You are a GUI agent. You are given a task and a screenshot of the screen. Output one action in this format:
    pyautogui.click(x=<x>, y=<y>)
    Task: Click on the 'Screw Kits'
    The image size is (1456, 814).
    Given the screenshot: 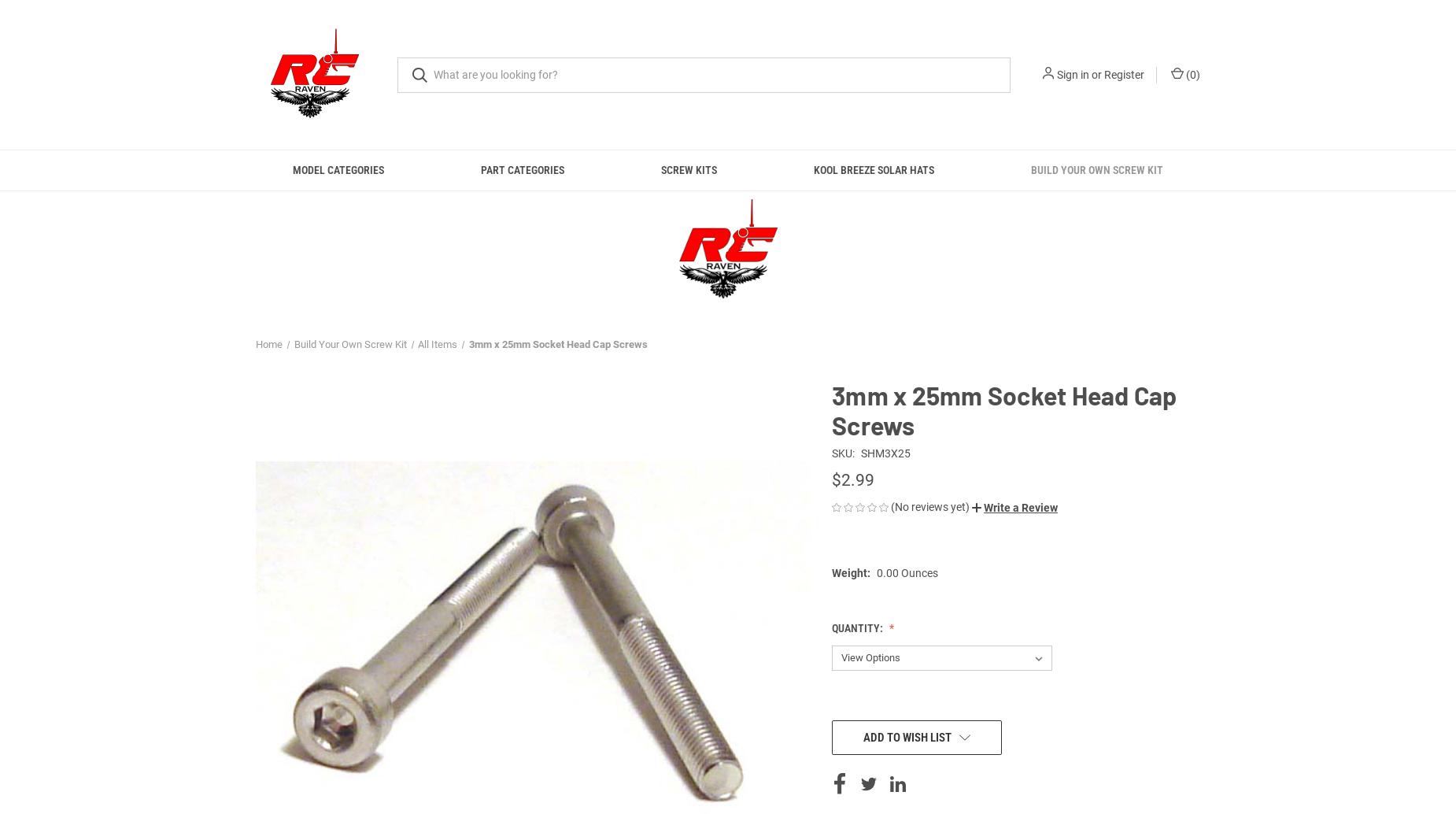 What is the action you would take?
    pyautogui.click(x=689, y=170)
    